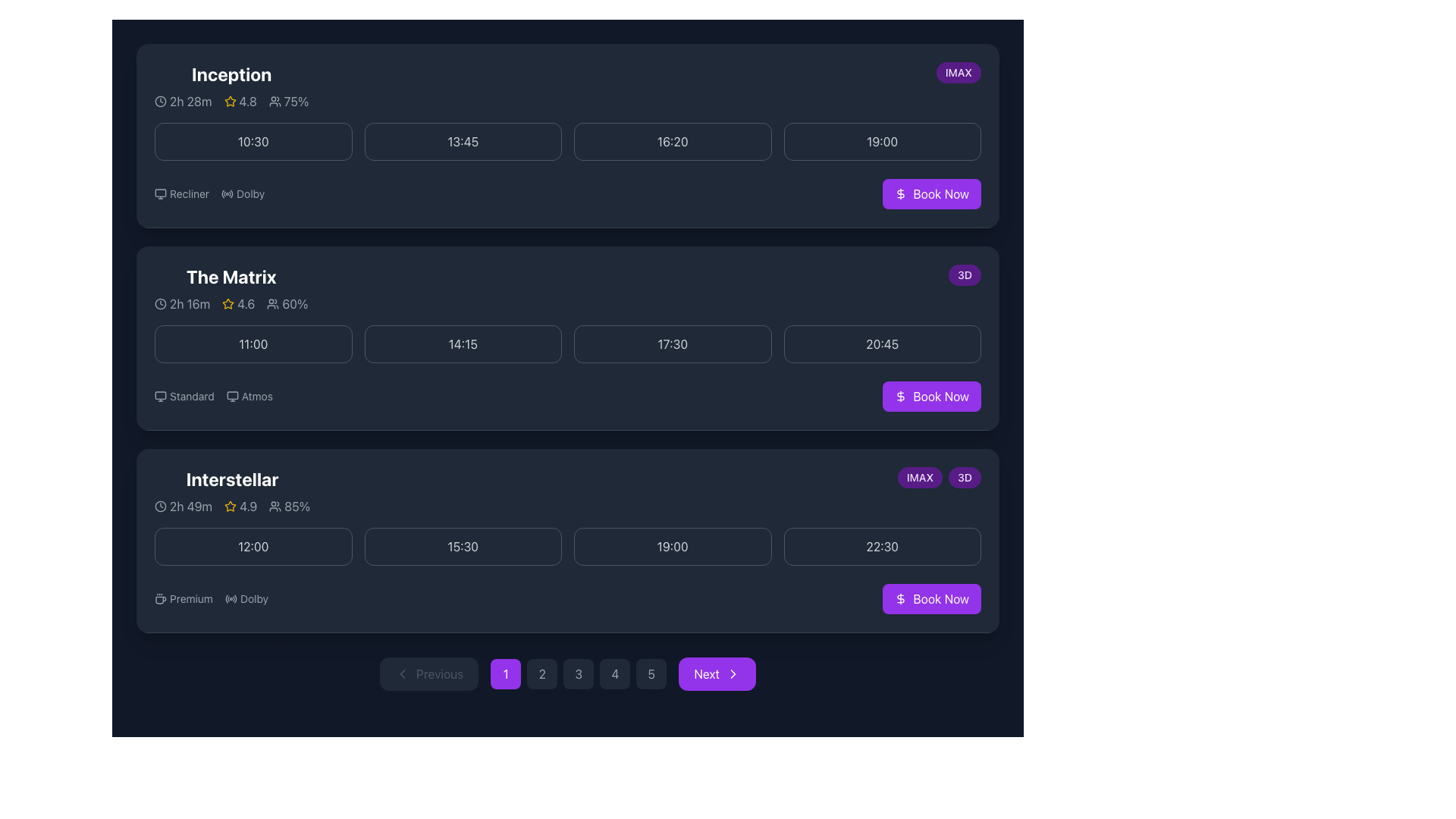 The width and height of the screenshot is (1456, 819). What do you see at coordinates (964, 275) in the screenshot?
I see `the 3D Badge indicating that 'The Matrix' movie is available in 3D format, located next to the movie details box and above the 'Book Now' button` at bounding box center [964, 275].